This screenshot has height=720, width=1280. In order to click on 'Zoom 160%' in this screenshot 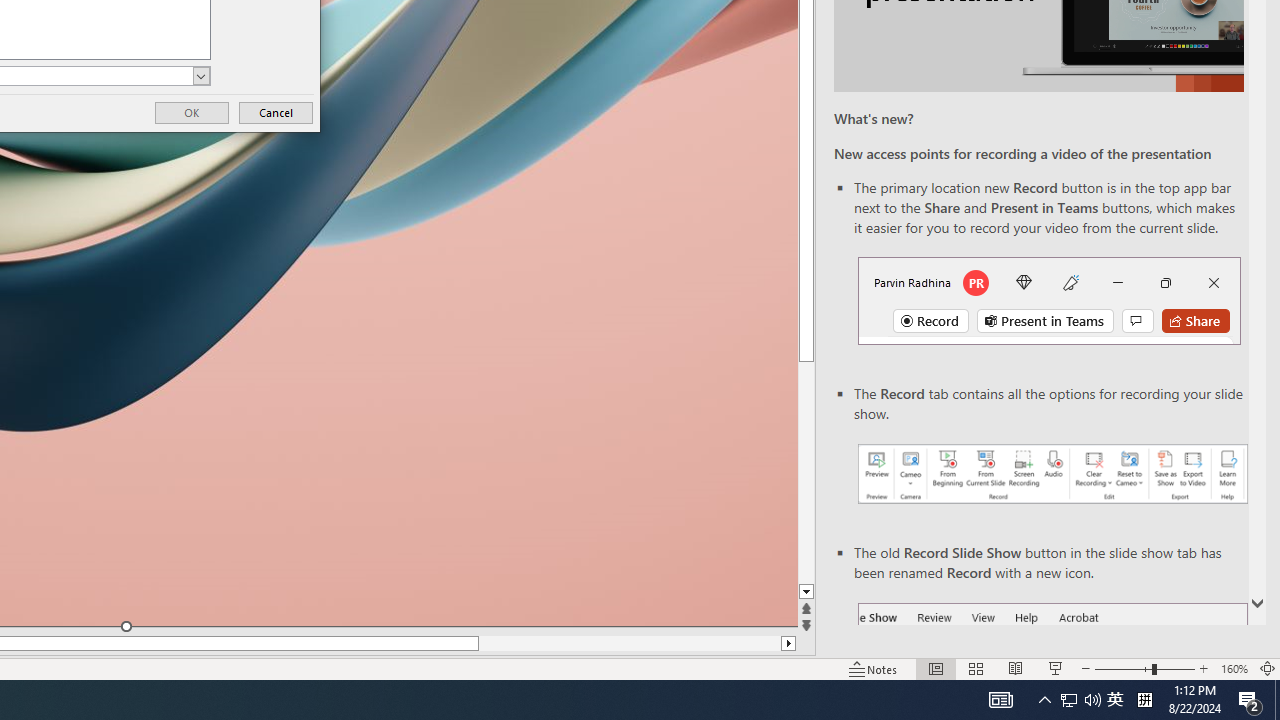, I will do `click(1233, 669)`.